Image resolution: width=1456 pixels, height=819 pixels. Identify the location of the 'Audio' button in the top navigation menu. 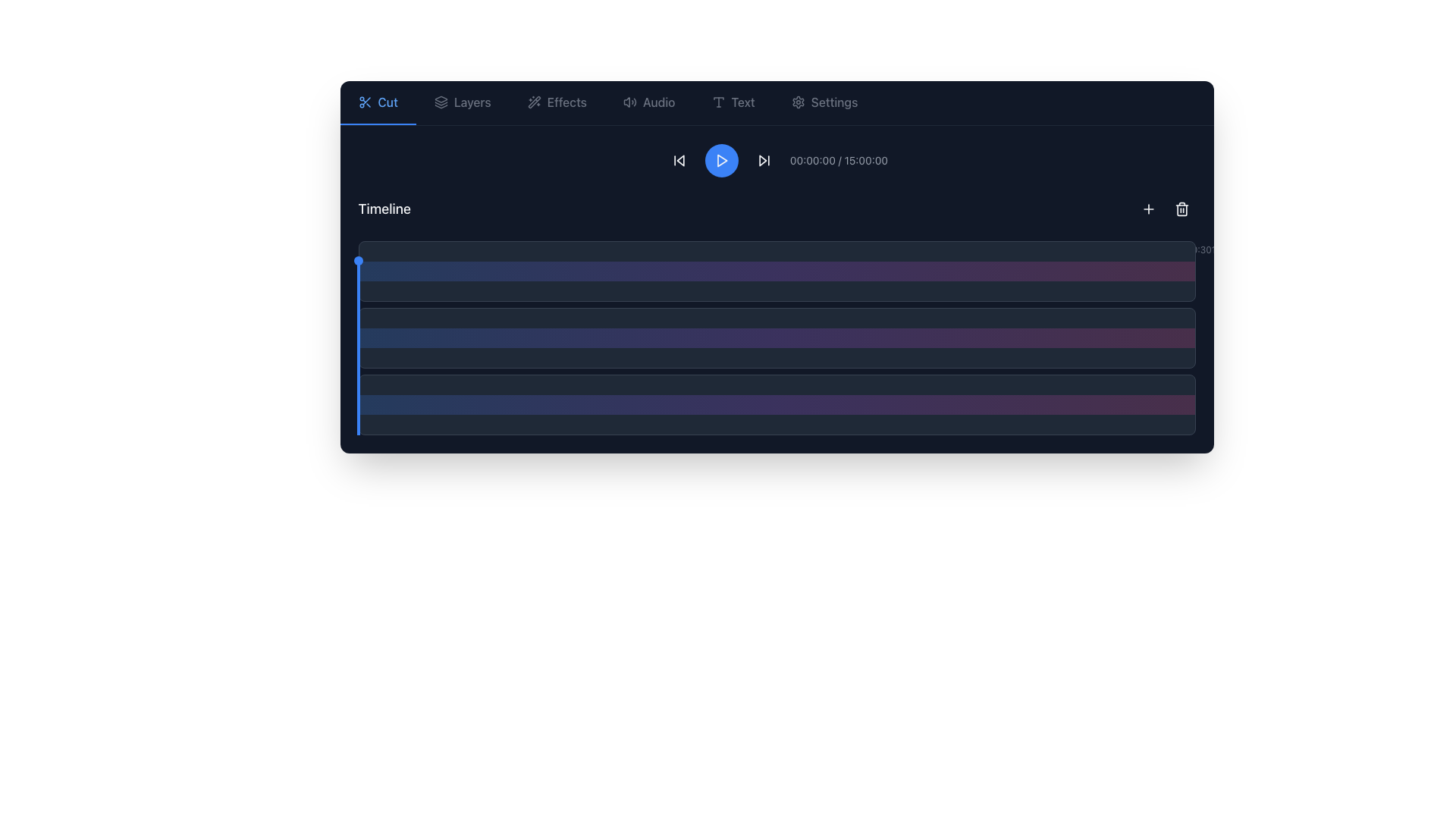
(649, 102).